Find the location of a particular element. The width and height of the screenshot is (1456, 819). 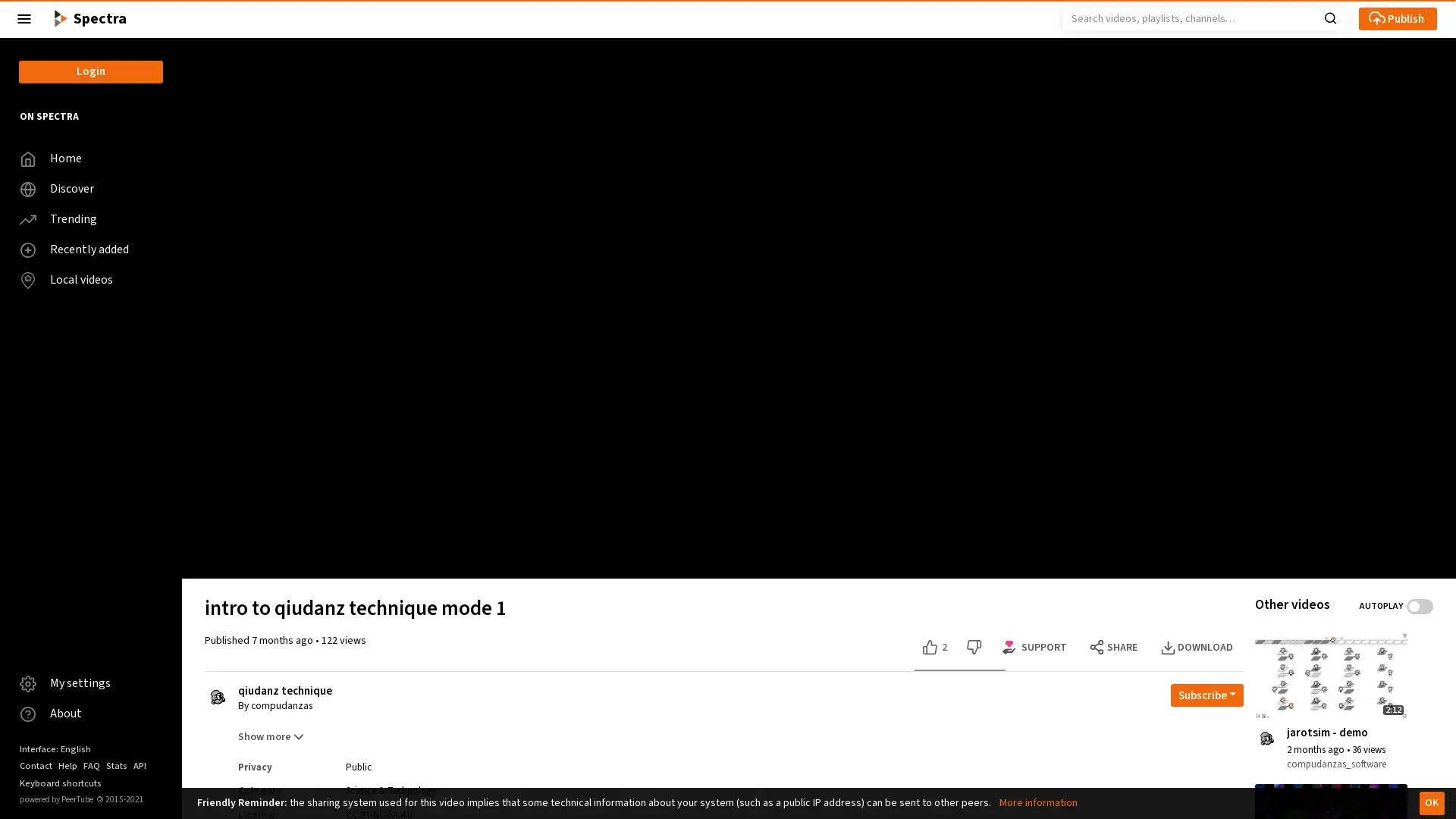

Dislike this video is located at coordinates (974, 647).